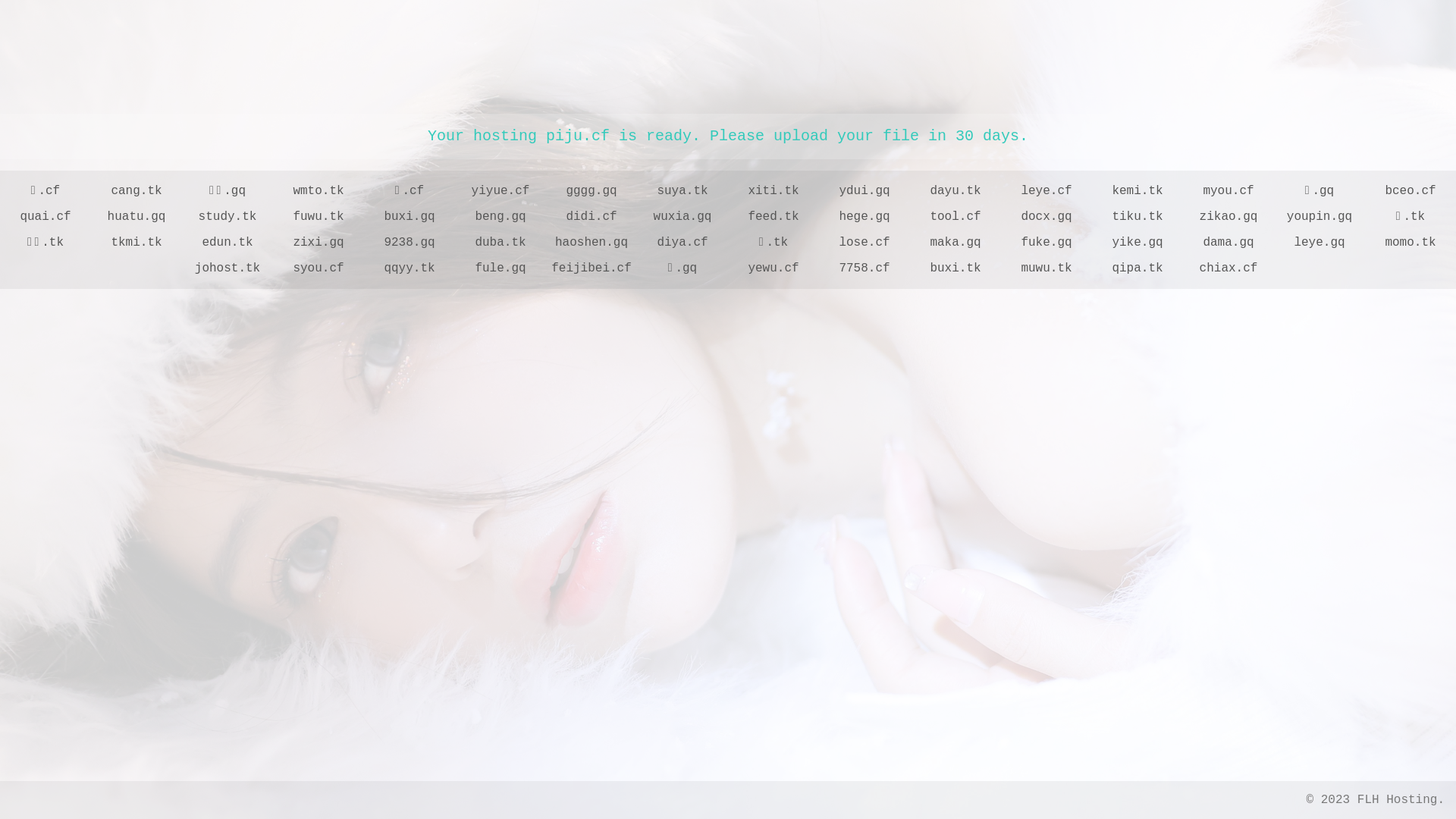 The width and height of the screenshot is (1456, 819). I want to click on 'wuxia.gq', so click(682, 216).